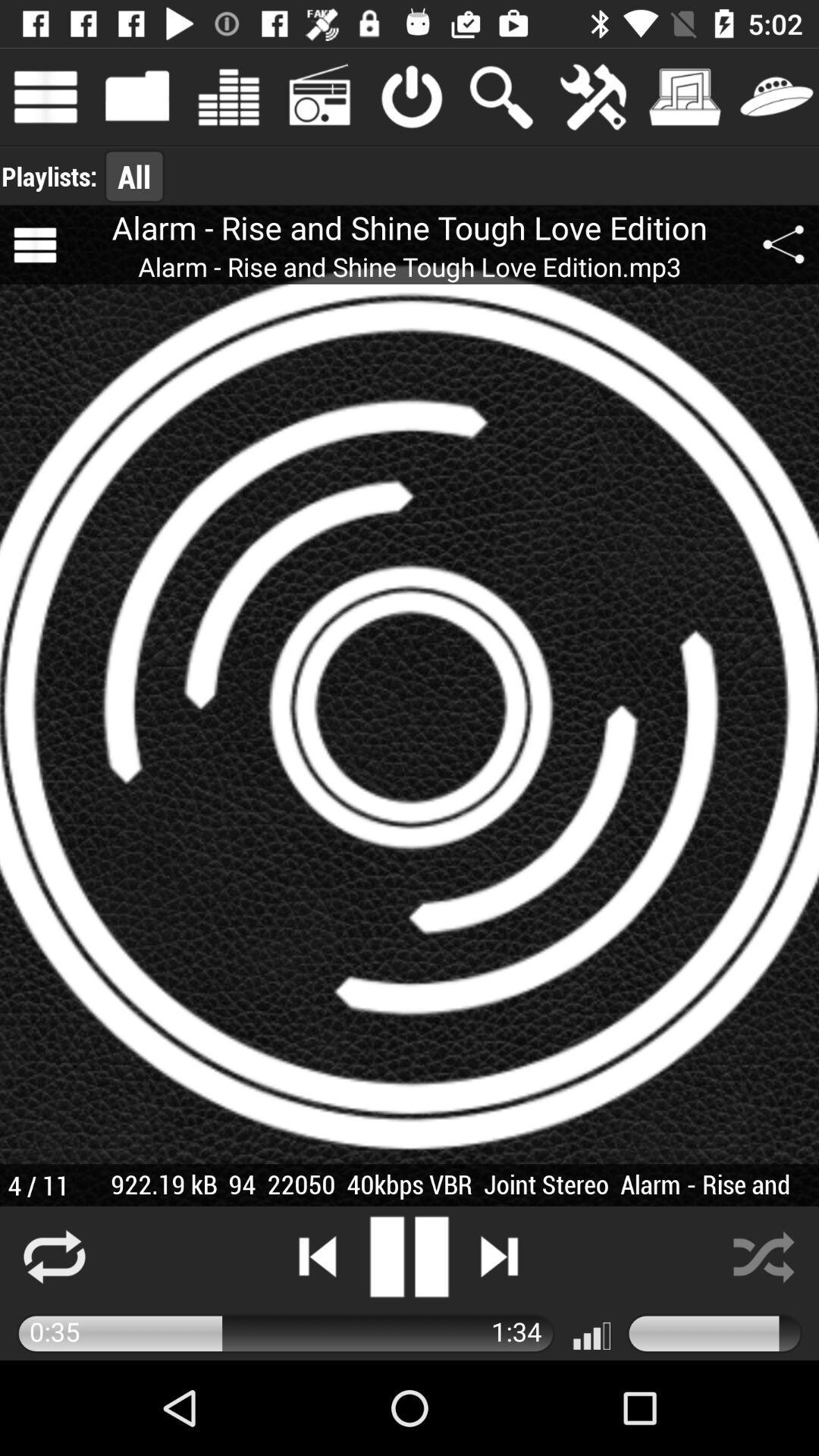  What do you see at coordinates (318, 1257) in the screenshot?
I see `the skip_previous icon` at bounding box center [318, 1257].